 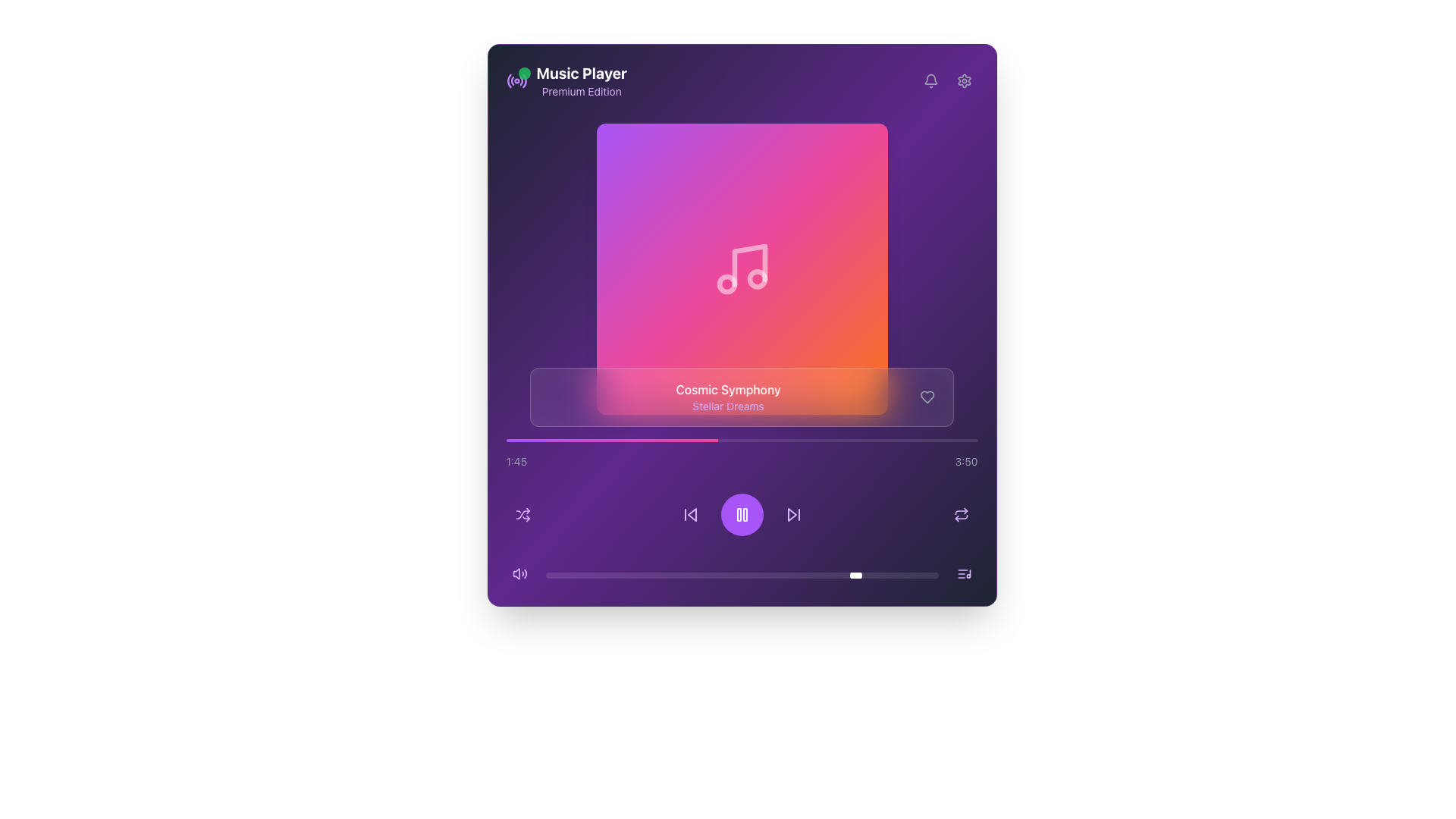 I want to click on the bell-shaped icon located in the top-right corner of the music player interface, so click(x=930, y=81).